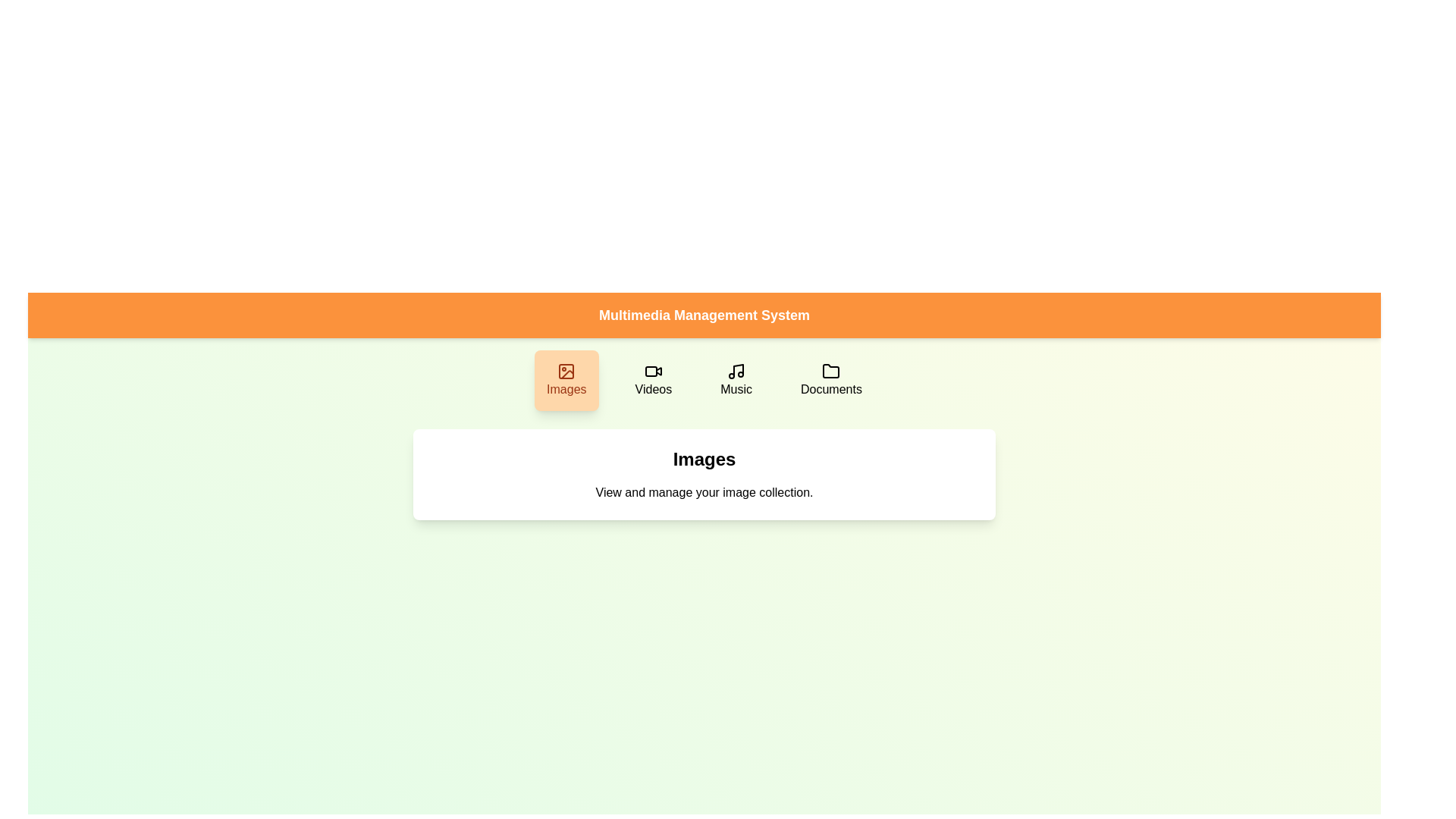 The height and width of the screenshot is (819, 1456). What do you see at coordinates (566, 379) in the screenshot?
I see `the Images button to switch the active category` at bounding box center [566, 379].